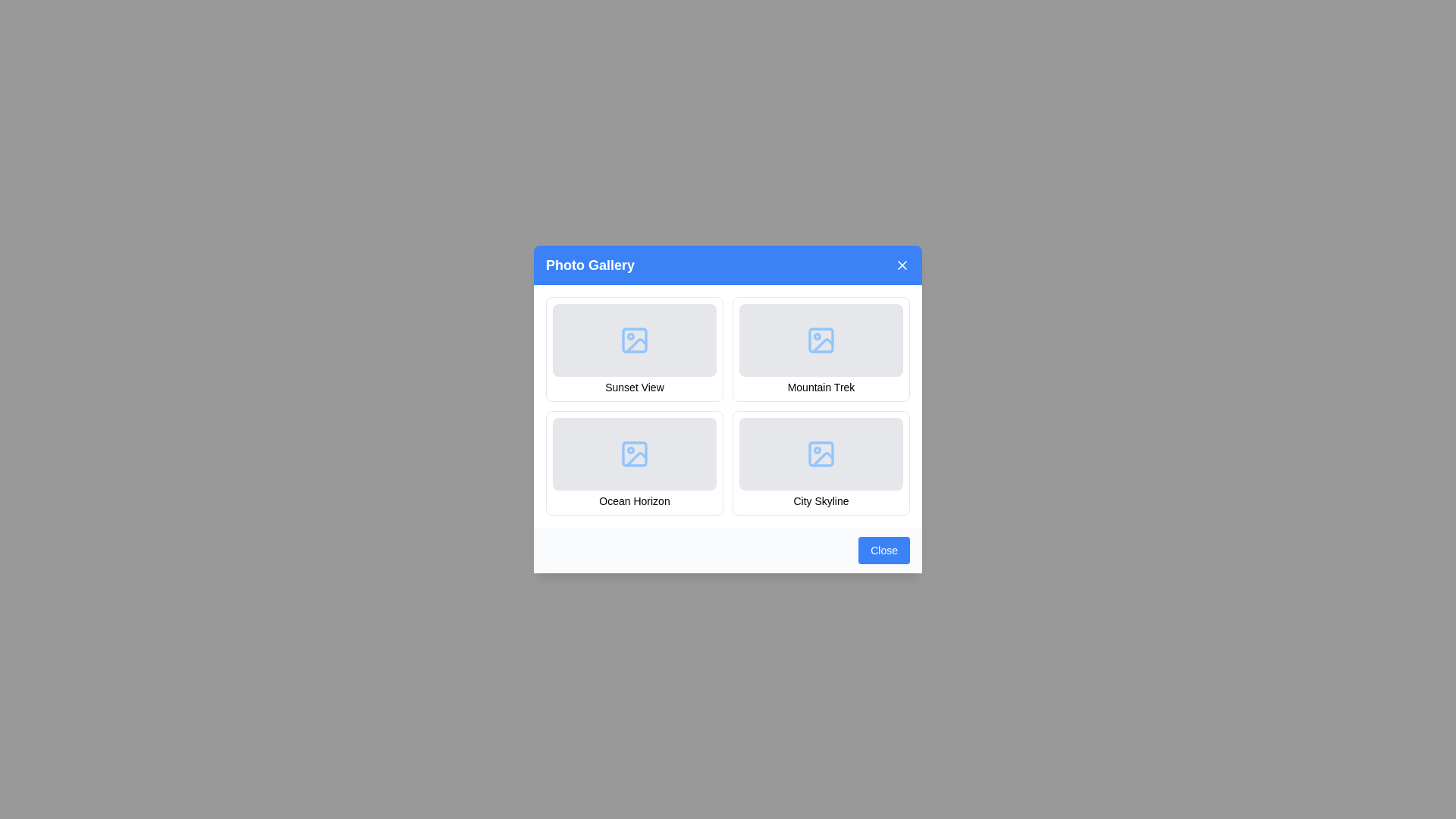  What do you see at coordinates (902, 265) in the screenshot?
I see `the close button located at the top-right corner of the 'Photo Gallery' header to potentially display a tooltip` at bounding box center [902, 265].